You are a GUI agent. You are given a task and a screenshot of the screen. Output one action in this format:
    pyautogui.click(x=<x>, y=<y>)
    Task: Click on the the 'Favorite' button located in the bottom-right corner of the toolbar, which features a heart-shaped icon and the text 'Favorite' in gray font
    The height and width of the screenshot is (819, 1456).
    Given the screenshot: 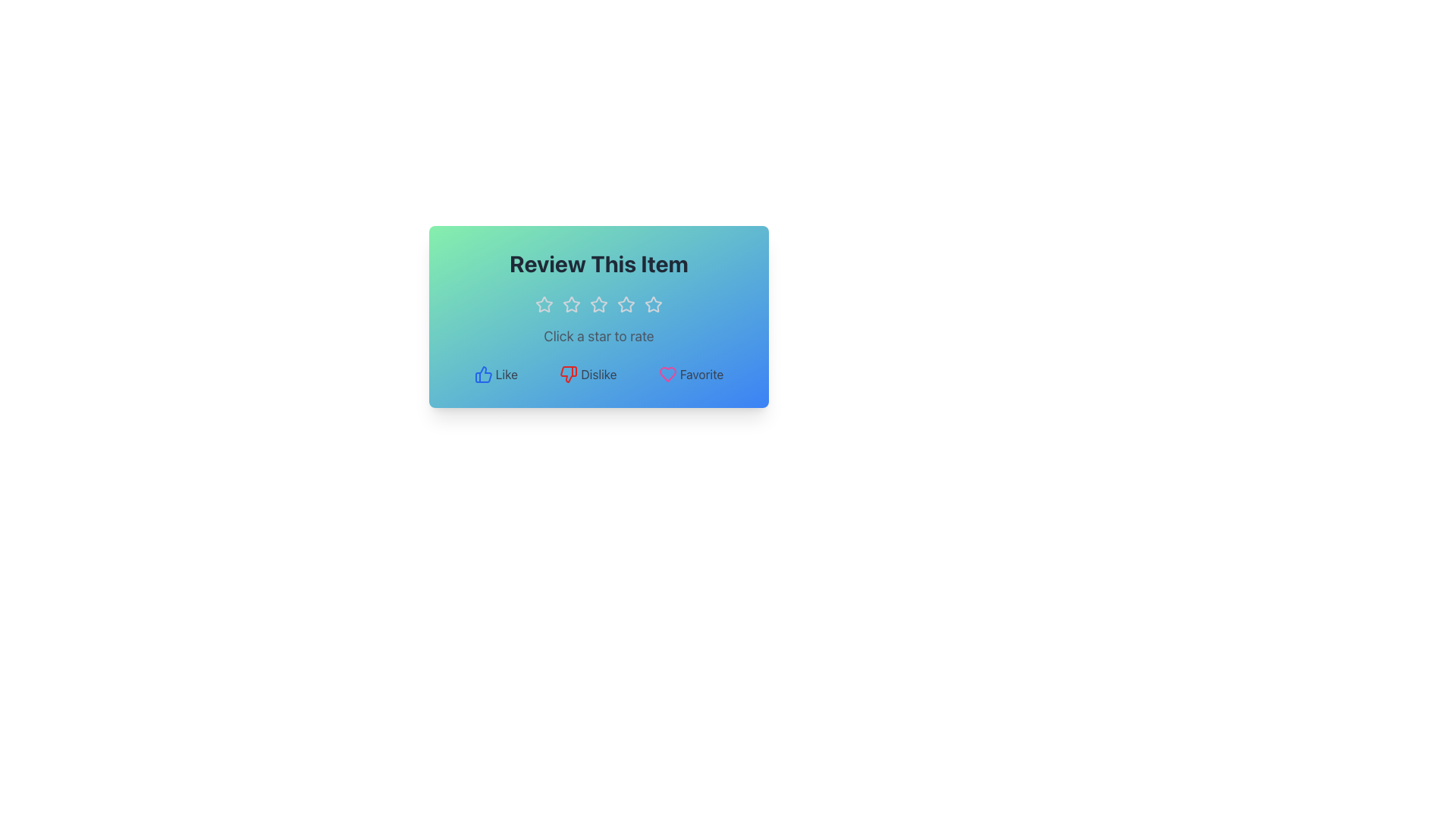 What is the action you would take?
    pyautogui.click(x=690, y=374)
    